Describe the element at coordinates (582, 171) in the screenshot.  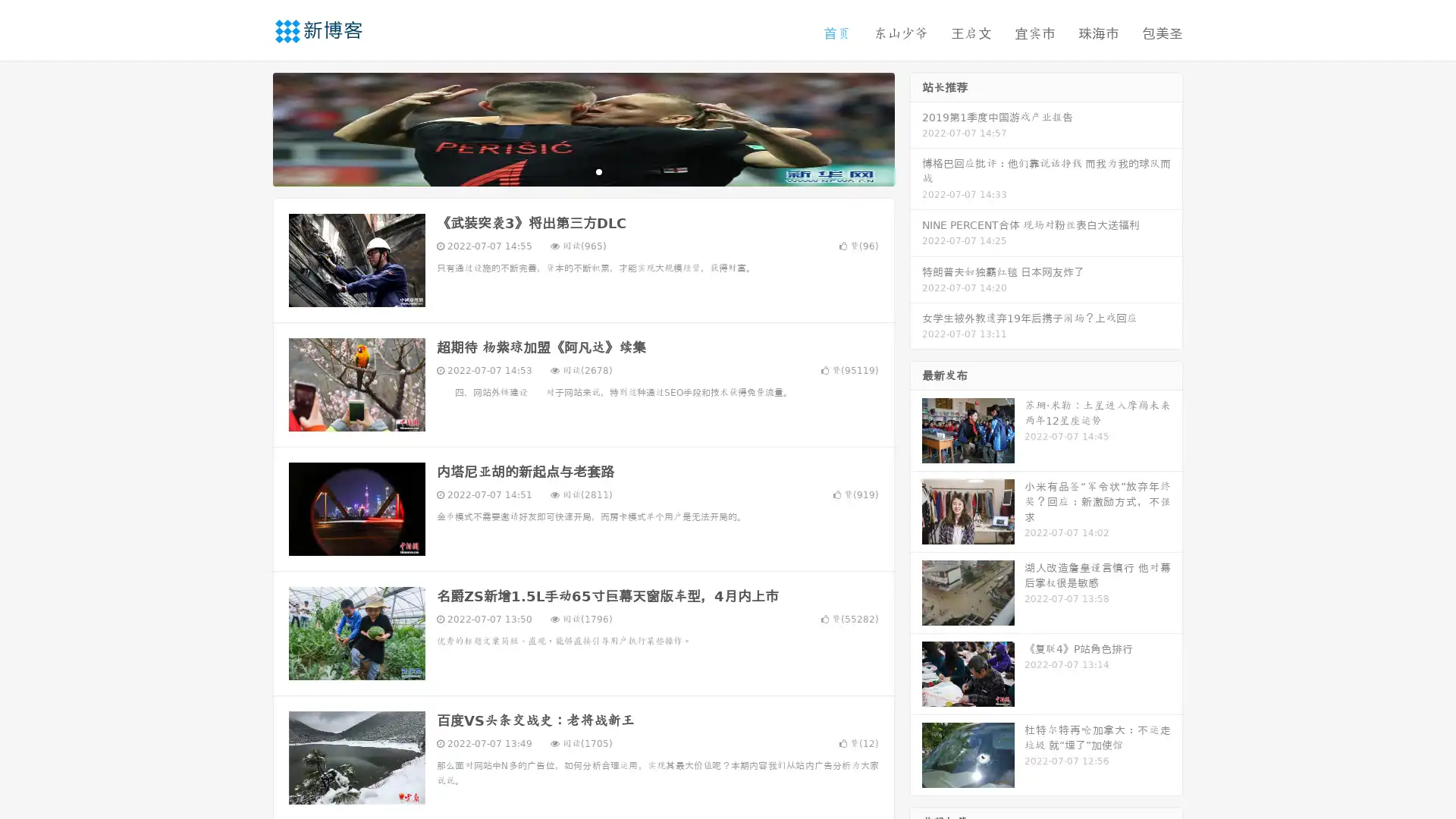
I see `Go to slide 2` at that location.